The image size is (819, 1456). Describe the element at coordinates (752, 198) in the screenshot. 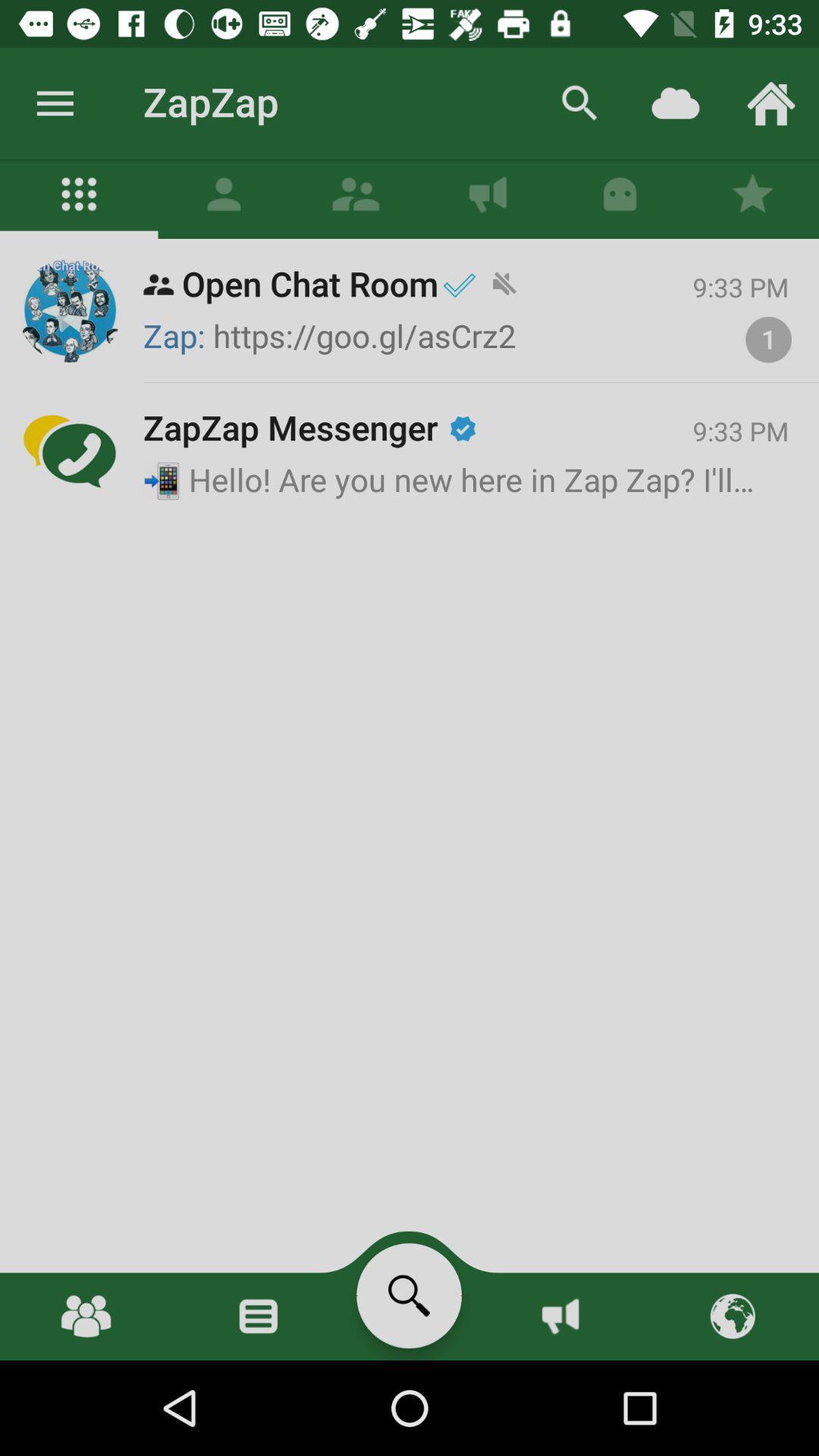

I see `the star icon` at that location.